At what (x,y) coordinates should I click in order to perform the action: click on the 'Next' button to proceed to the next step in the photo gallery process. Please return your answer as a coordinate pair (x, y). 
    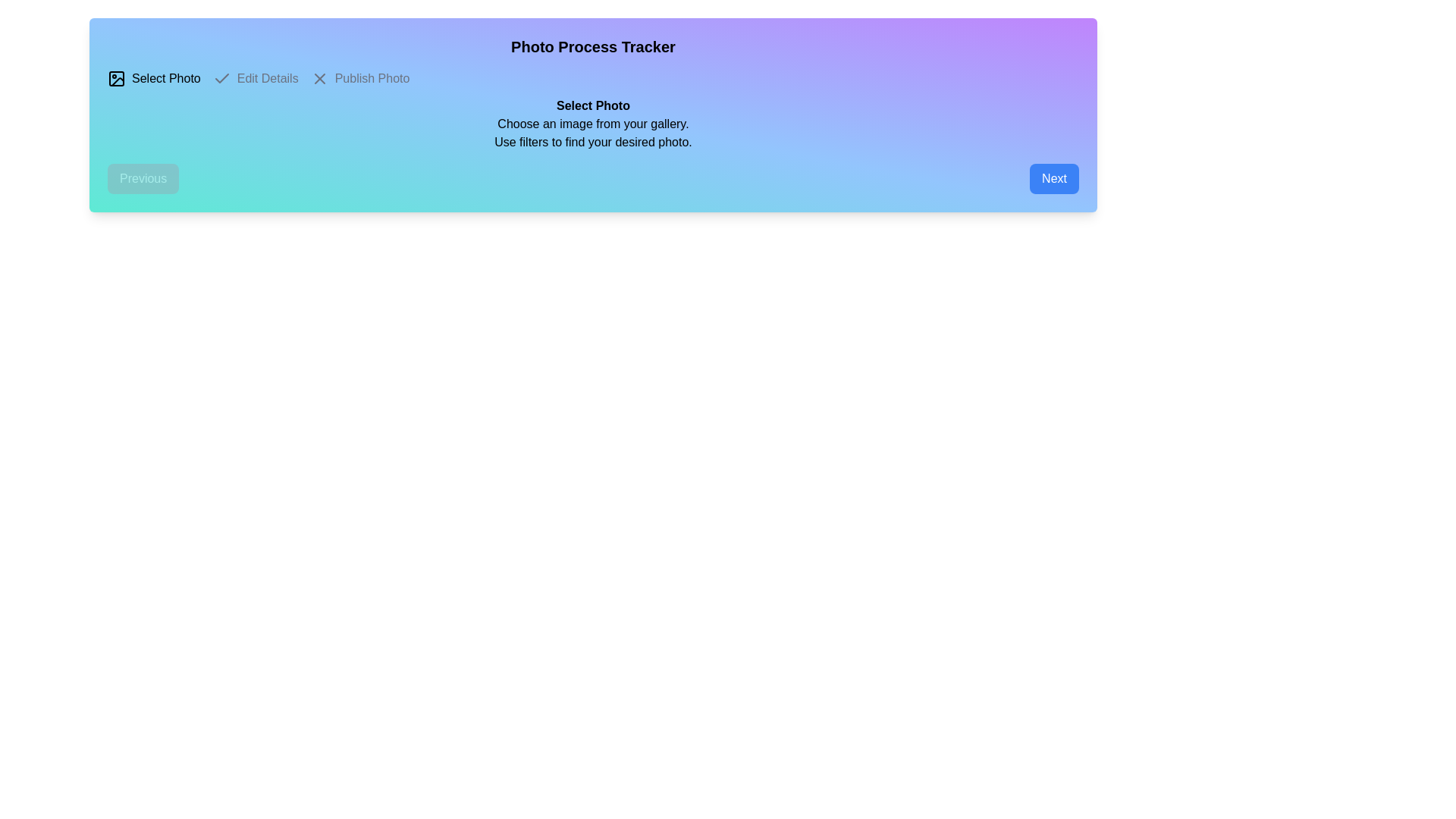
    Looking at the image, I should click on (1053, 177).